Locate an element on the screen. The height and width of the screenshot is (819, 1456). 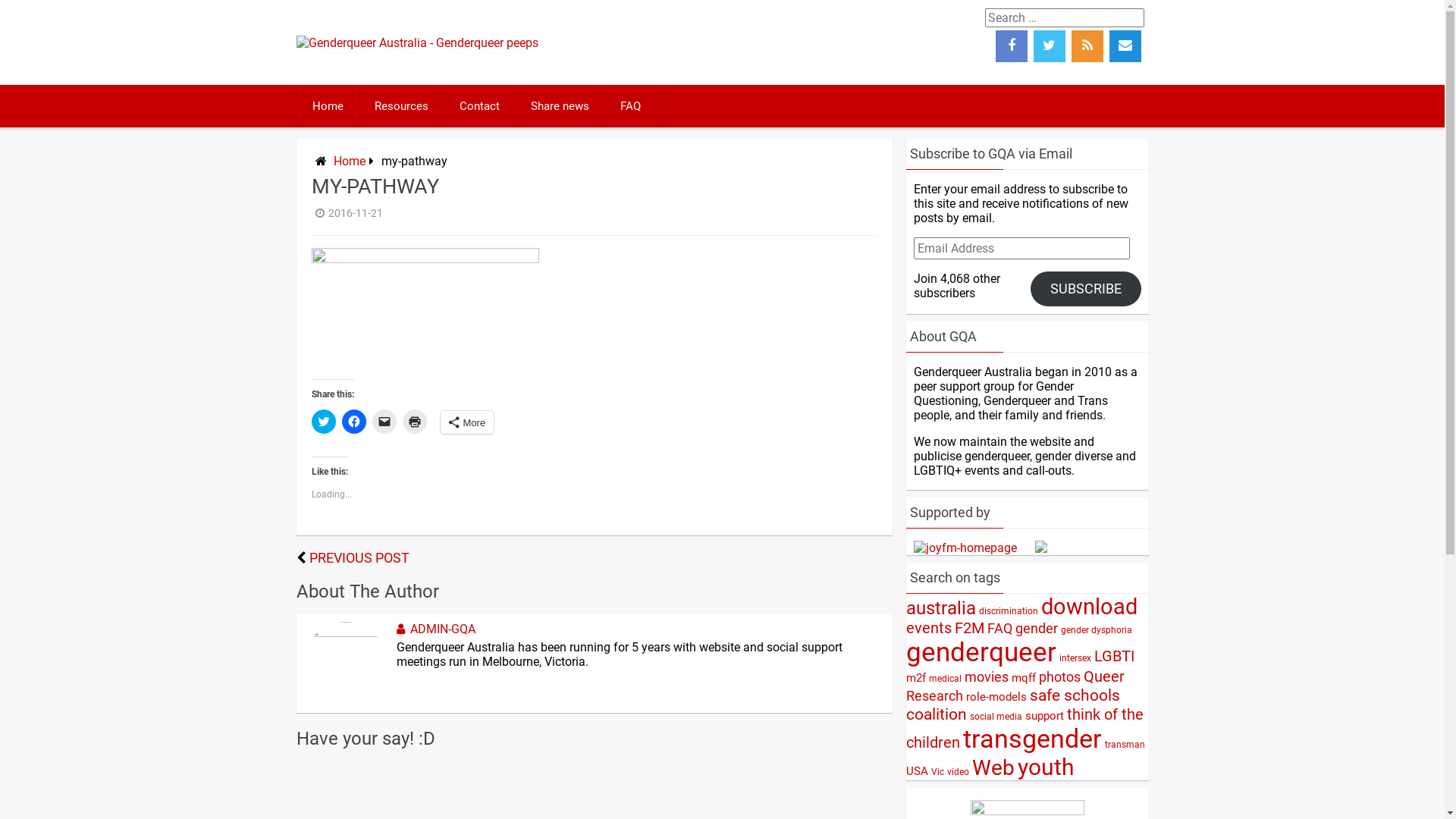
'Home' is located at coordinates (327, 105).